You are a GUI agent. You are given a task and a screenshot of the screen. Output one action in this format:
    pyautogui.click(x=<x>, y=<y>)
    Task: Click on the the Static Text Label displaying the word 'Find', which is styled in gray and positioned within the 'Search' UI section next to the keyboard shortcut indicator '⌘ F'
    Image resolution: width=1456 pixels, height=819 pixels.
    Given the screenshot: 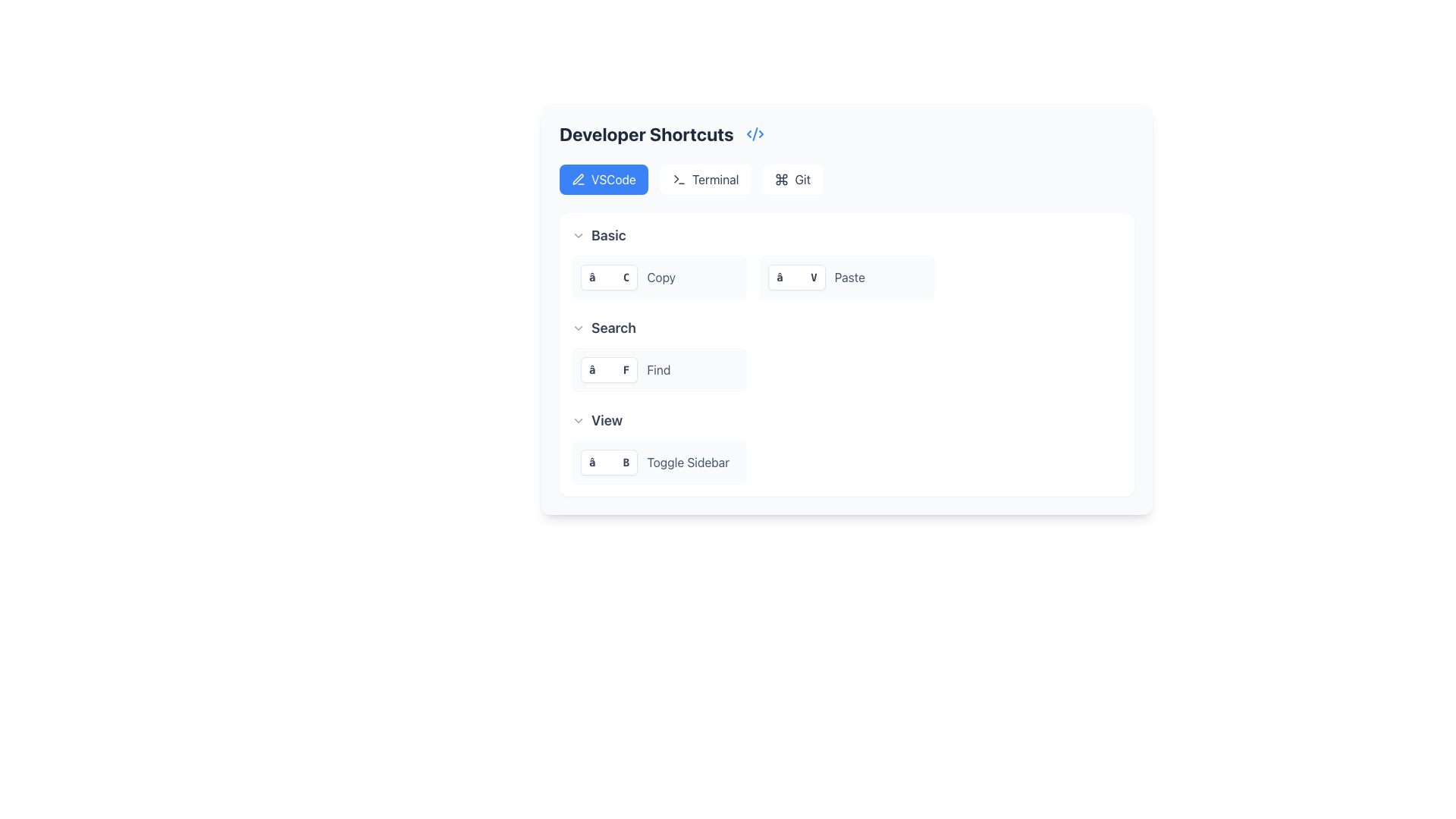 What is the action you would take?
    pyautogui.click(x=658, y=370)
    